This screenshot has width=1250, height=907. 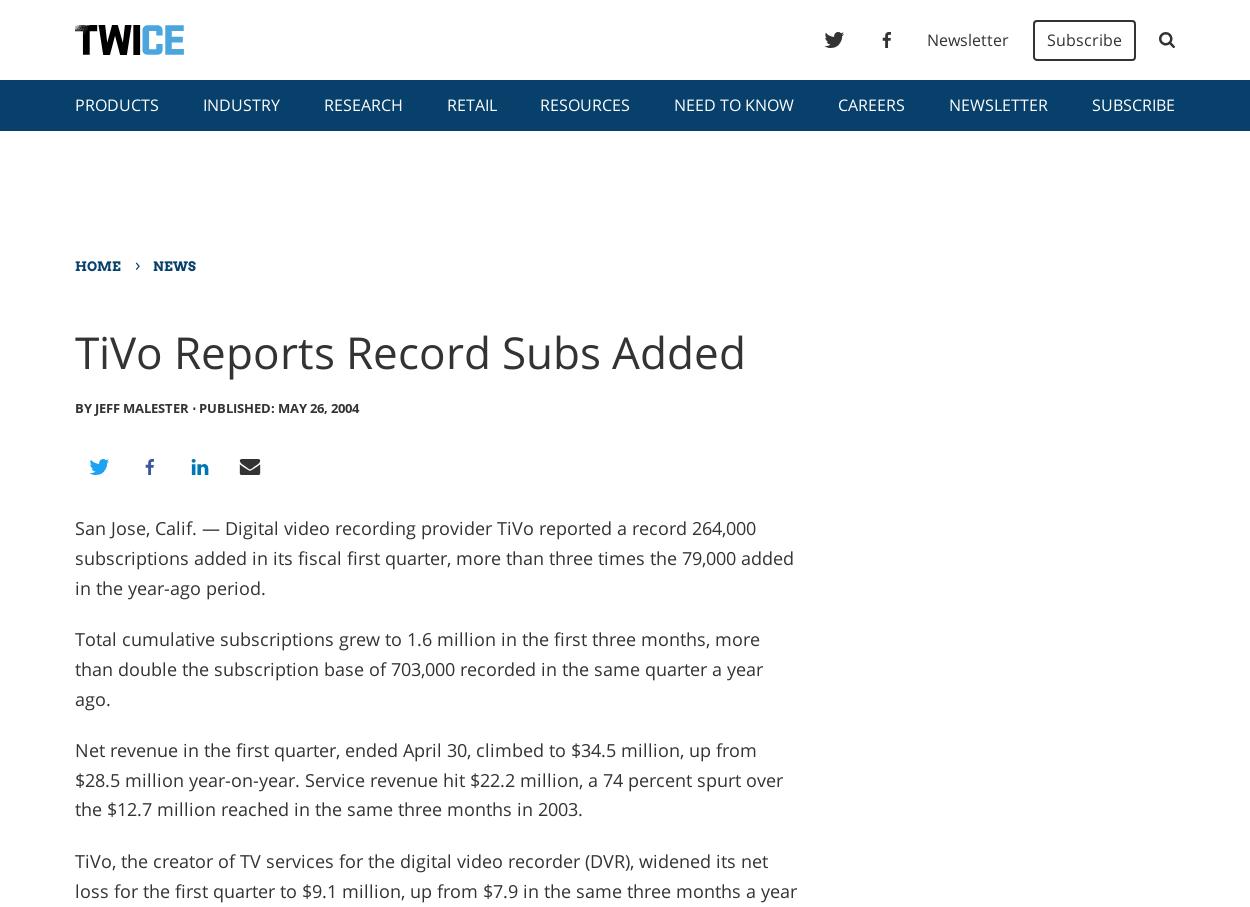 What do you see at coordinates (433, 557) in the screenshot?
I see `'San Jose, Calif. — Digital video recording provider TiVo reported a record 264,000 subscriptions added in its fiscal first quarter, more than three times the 79,000 added in the year-ago period.'` at bounding box center [433, 557].